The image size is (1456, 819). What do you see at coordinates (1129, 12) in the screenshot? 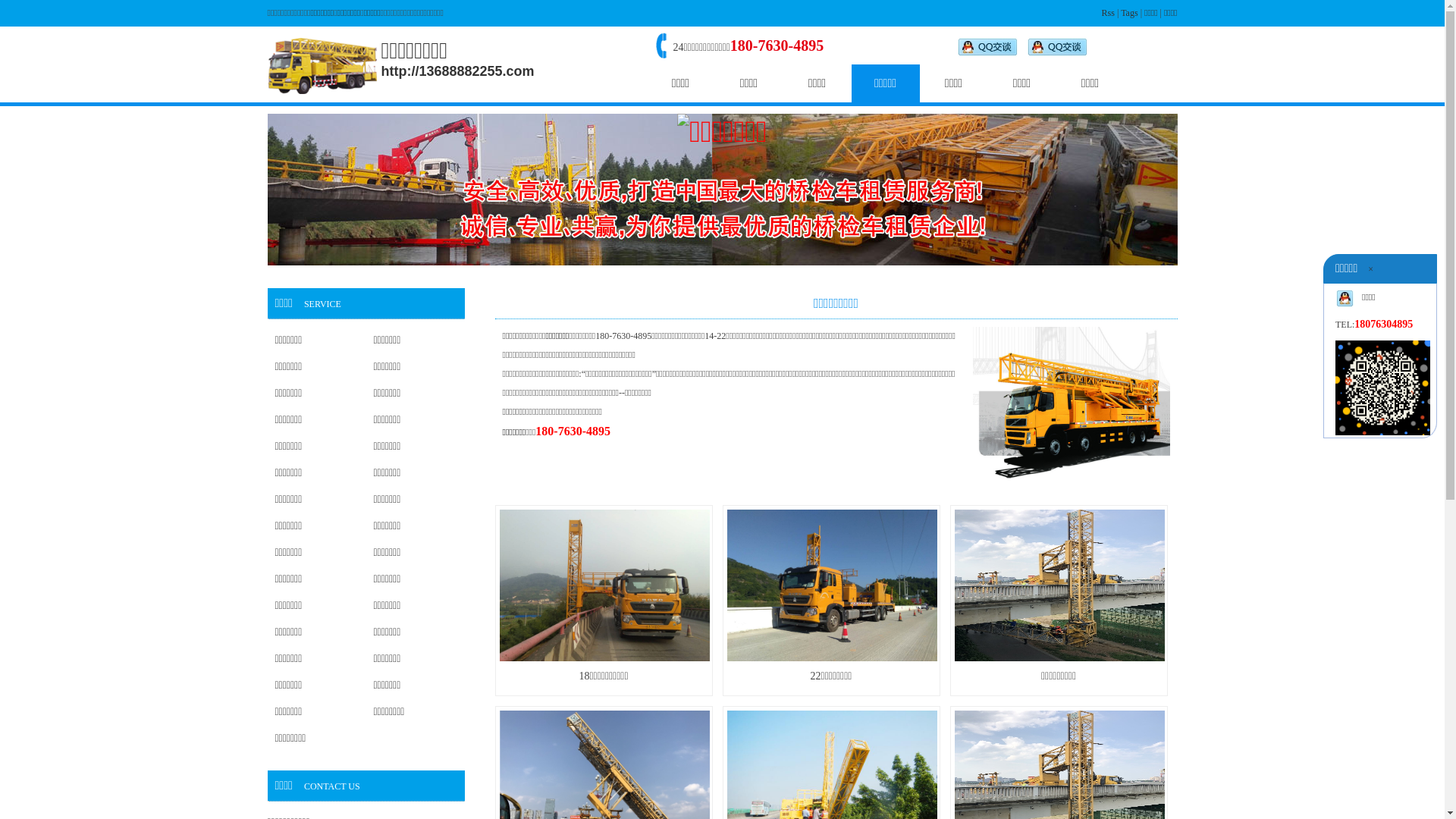
I see `'Tags'` at bounding box center [1129, 12].